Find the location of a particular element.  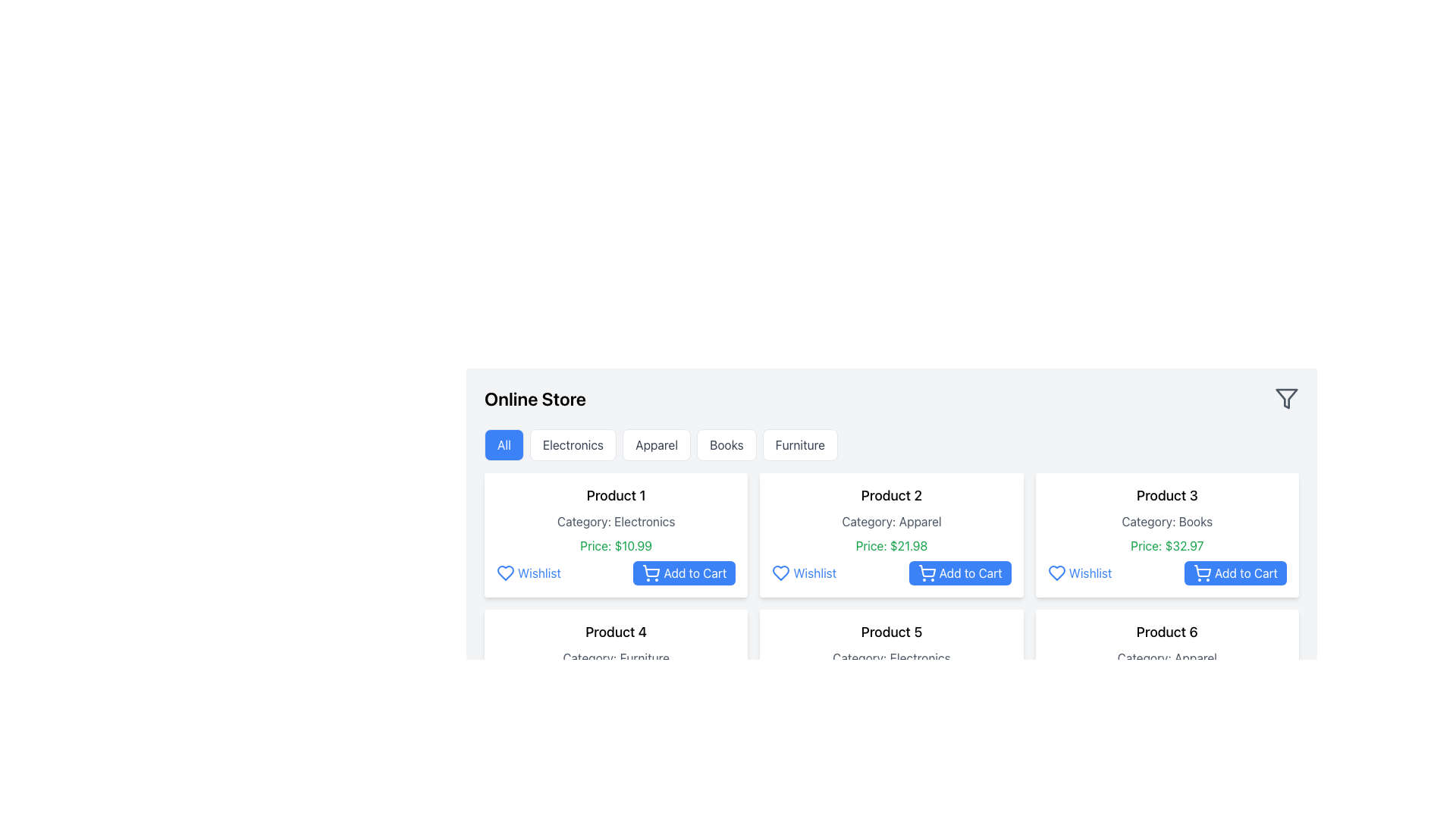

the static text label displaying the category of the product located under the 'Product 6' header in the product card layout is located at coordinates (1166, 657).